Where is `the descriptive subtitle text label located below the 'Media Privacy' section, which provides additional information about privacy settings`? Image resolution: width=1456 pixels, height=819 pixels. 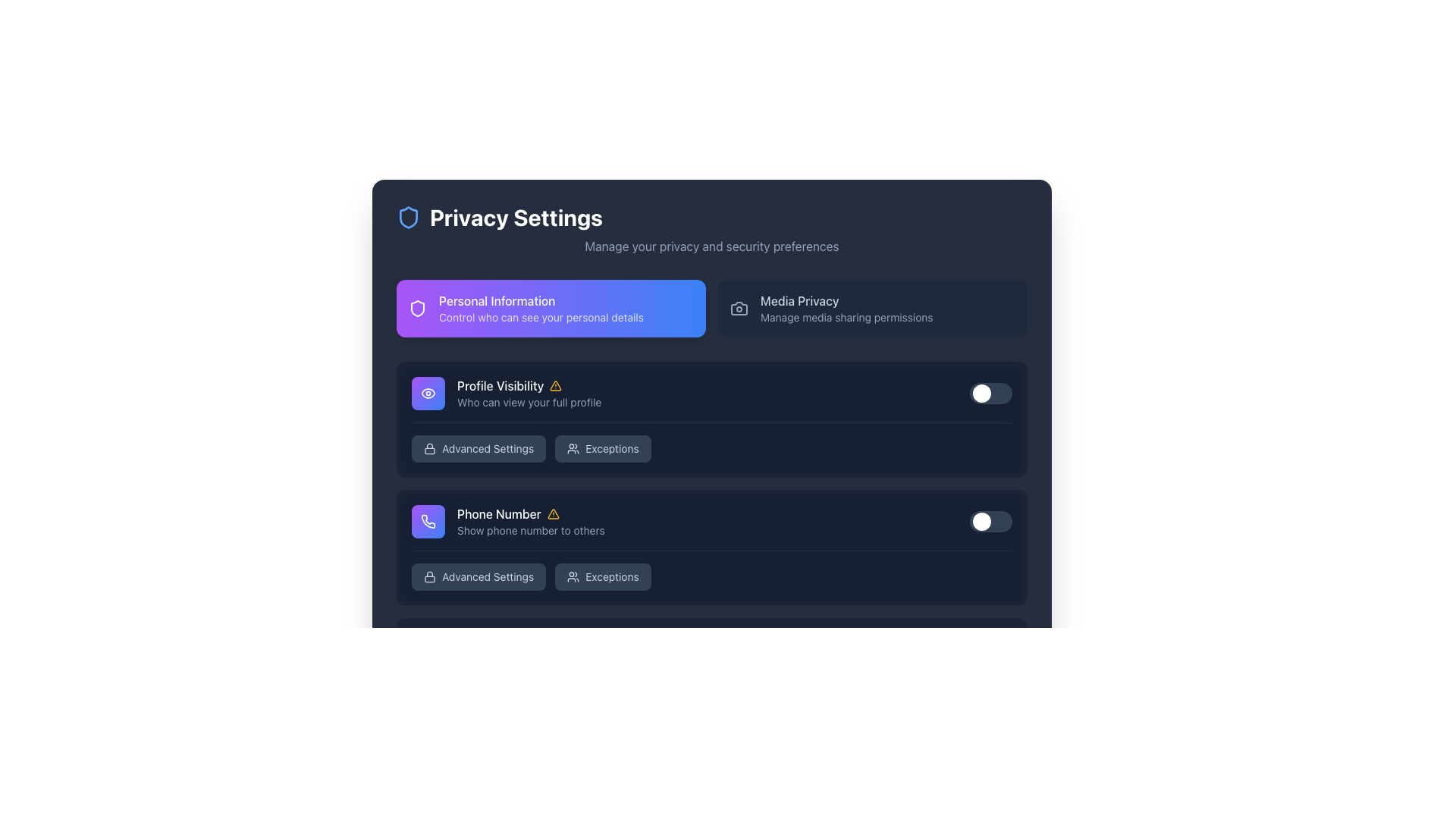 the descriptive subtitle text label located below the 'Media Privacy' section, which provides additional information about privacy settings is located at coordinates (846, 317).